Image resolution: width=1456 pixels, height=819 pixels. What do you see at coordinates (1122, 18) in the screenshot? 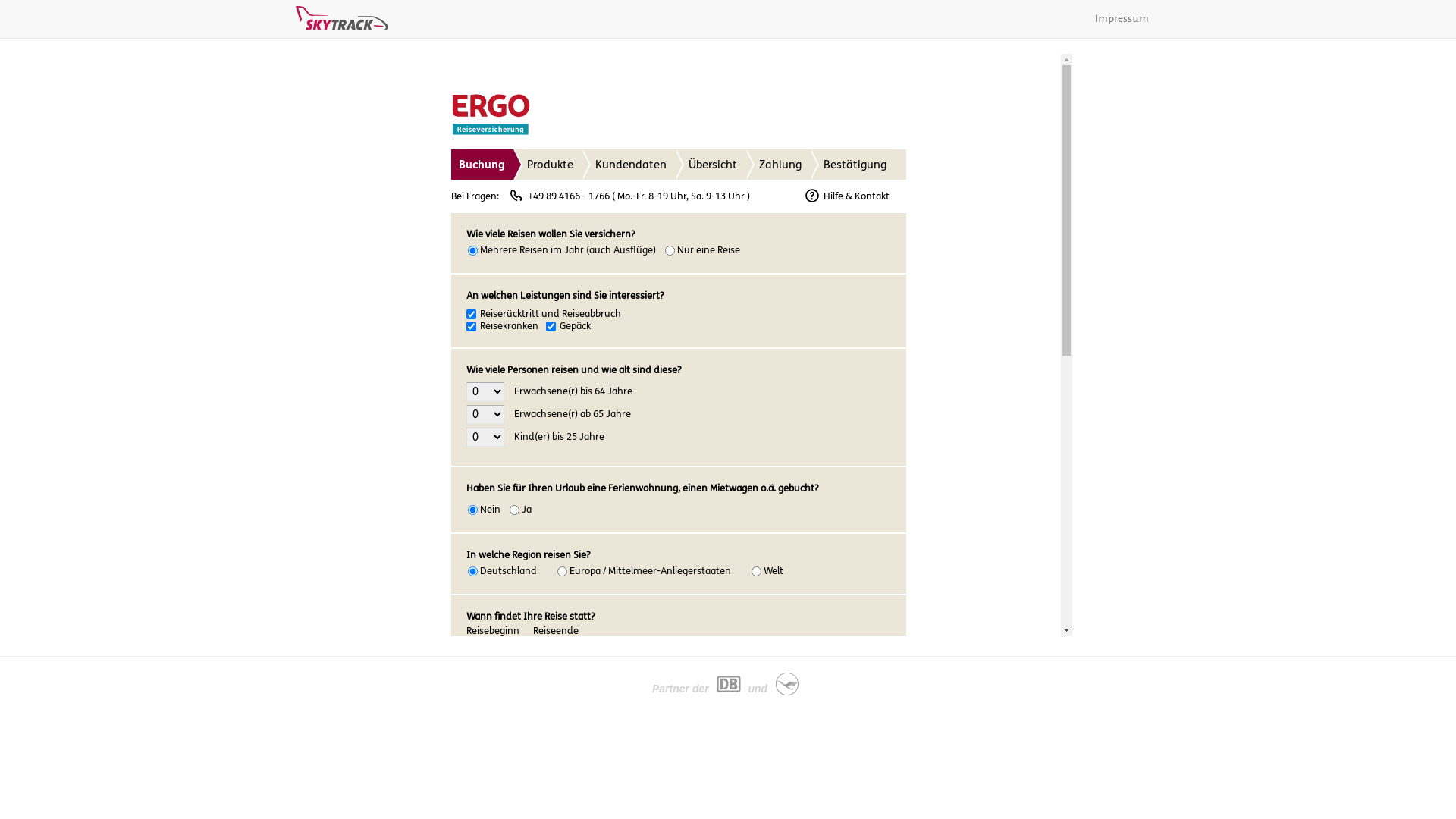
I see `'Impressum'` at bounding box center [1122, 18].